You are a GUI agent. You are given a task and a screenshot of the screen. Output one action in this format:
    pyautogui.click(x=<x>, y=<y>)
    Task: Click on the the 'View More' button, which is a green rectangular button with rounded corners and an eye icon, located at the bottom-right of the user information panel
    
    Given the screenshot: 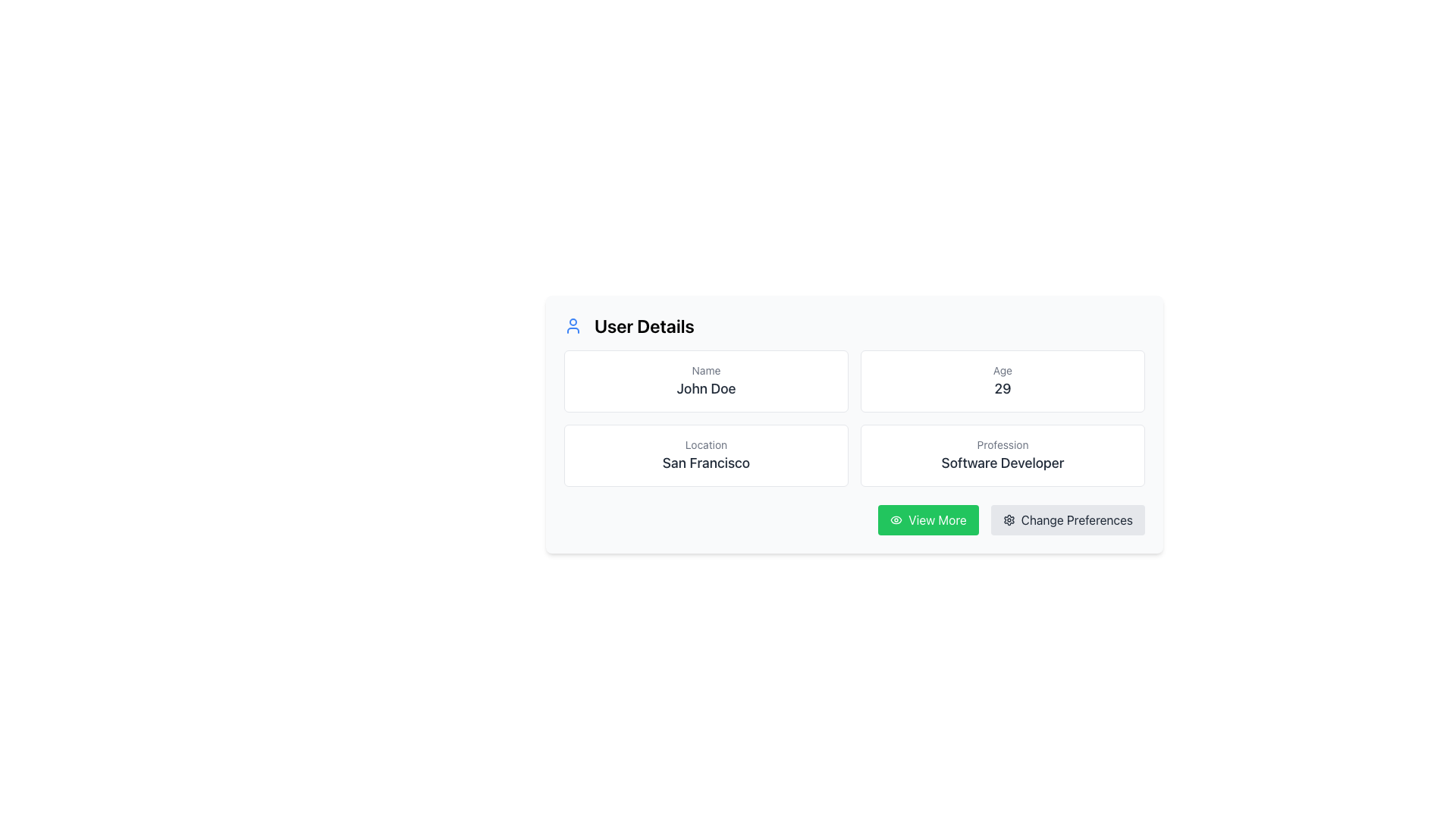 What is the action you would take?
    pyautogui.click(x=927, y=519)
    